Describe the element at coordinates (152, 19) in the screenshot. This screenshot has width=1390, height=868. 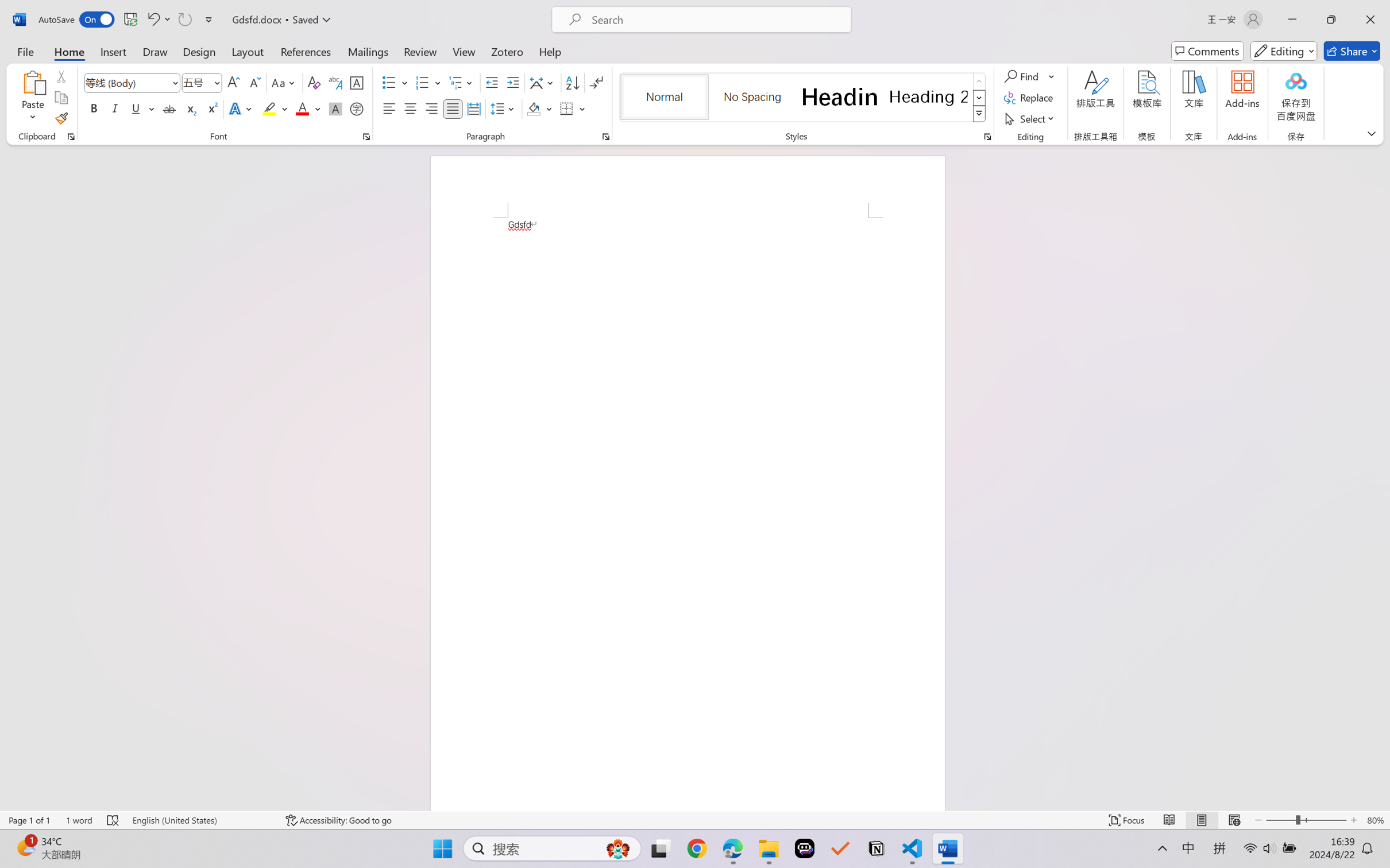
I see `'Undo Apply Quick Style'` at that location.